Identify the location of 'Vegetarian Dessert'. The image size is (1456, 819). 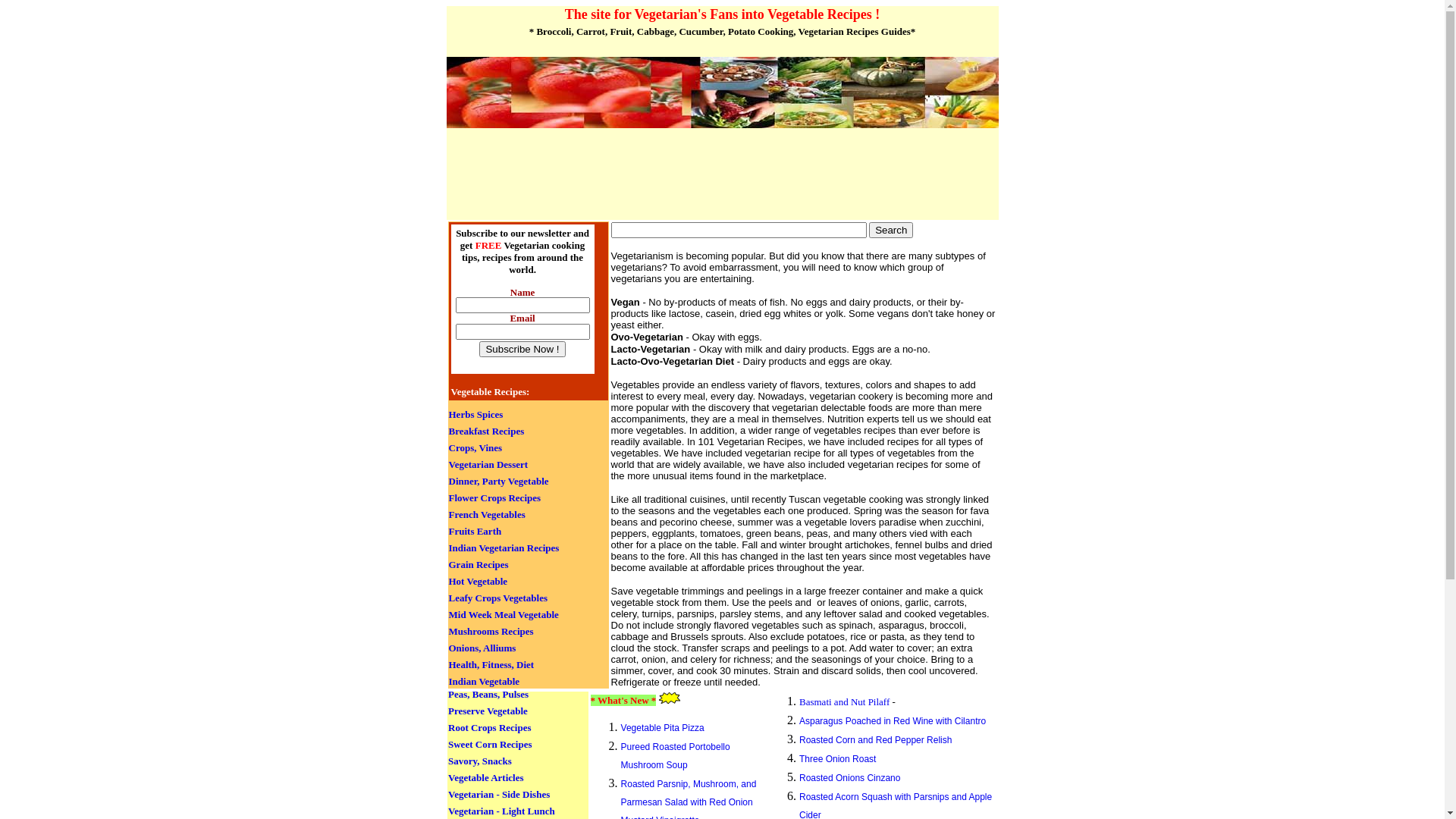
(488, 463).